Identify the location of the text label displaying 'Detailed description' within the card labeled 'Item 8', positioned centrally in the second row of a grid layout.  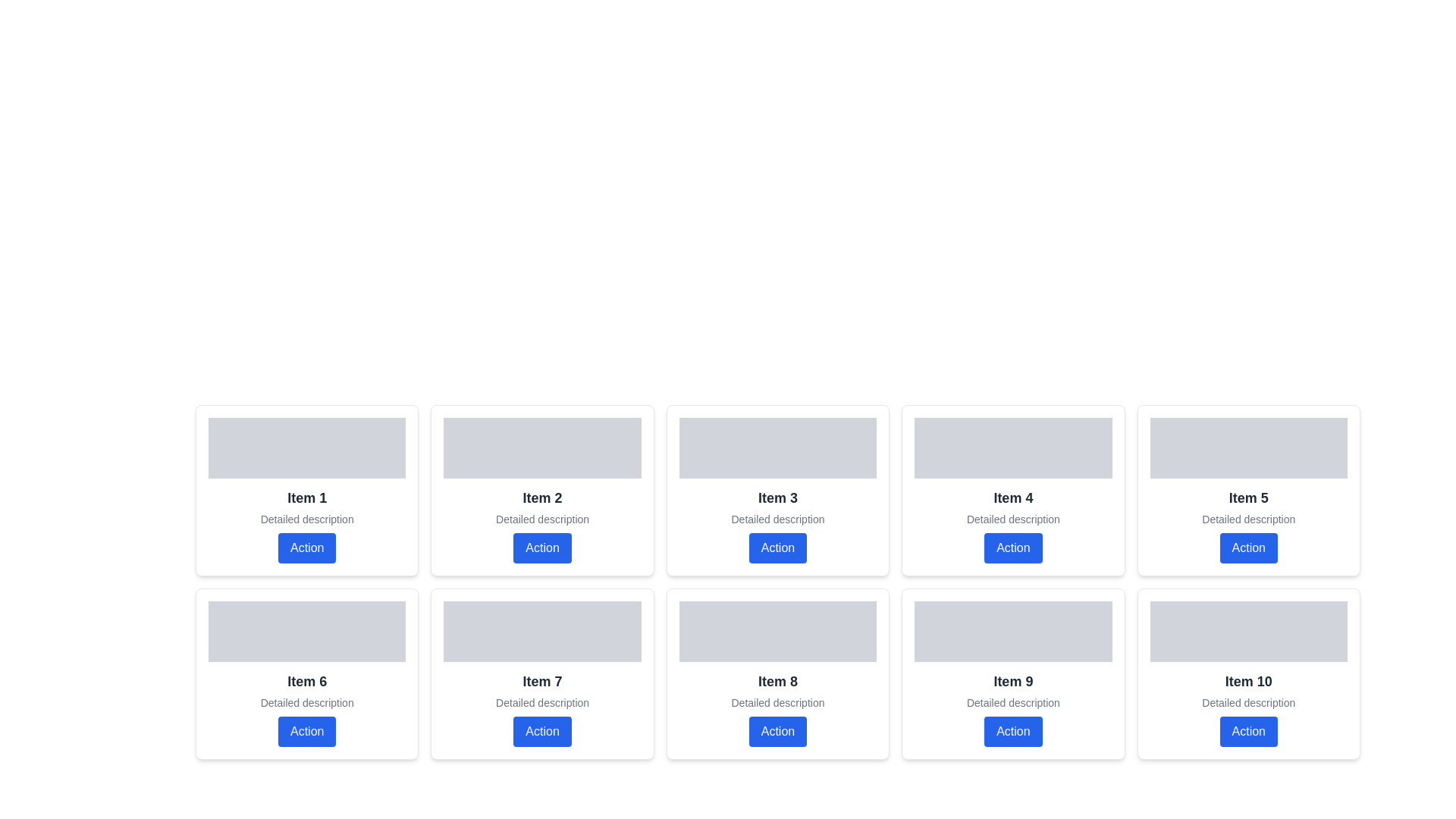
(778, 702).